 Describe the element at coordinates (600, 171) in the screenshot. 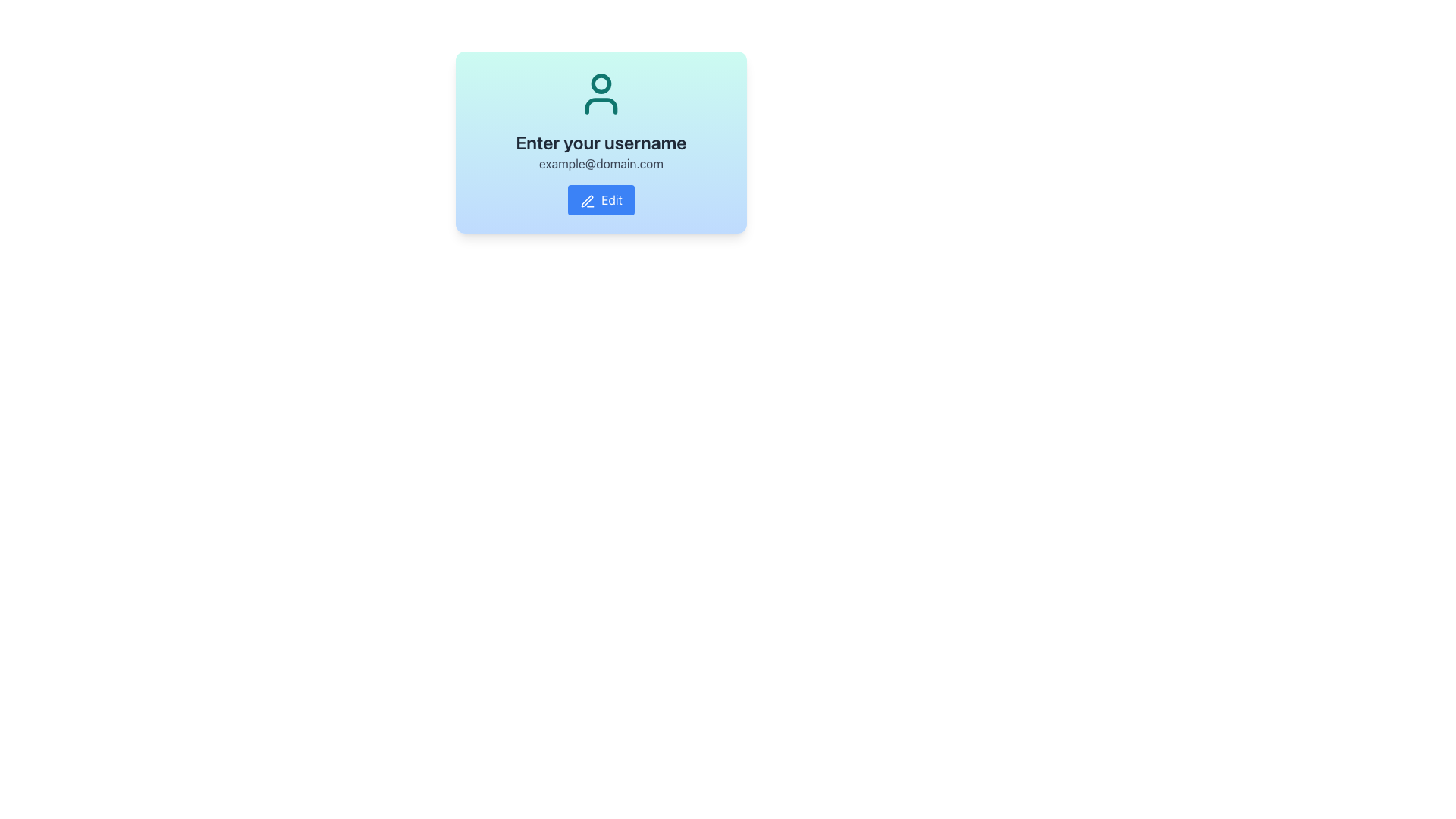

I see `the text display element that shows 'Enter your username' with the placeholder 'example@domain.com' on a light blue gradient background` at that location.